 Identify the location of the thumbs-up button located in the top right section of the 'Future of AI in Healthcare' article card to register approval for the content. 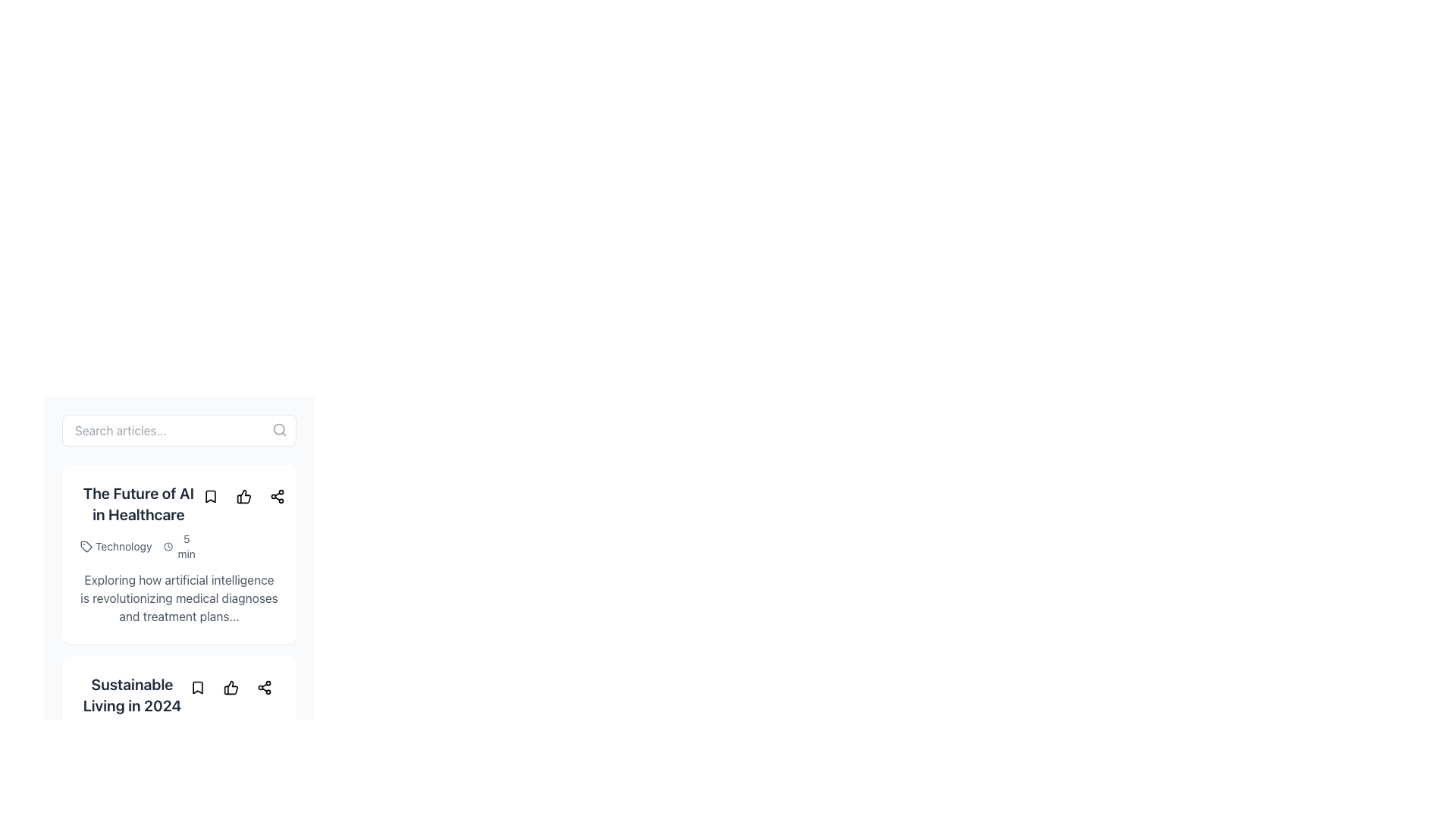
(243, 497).